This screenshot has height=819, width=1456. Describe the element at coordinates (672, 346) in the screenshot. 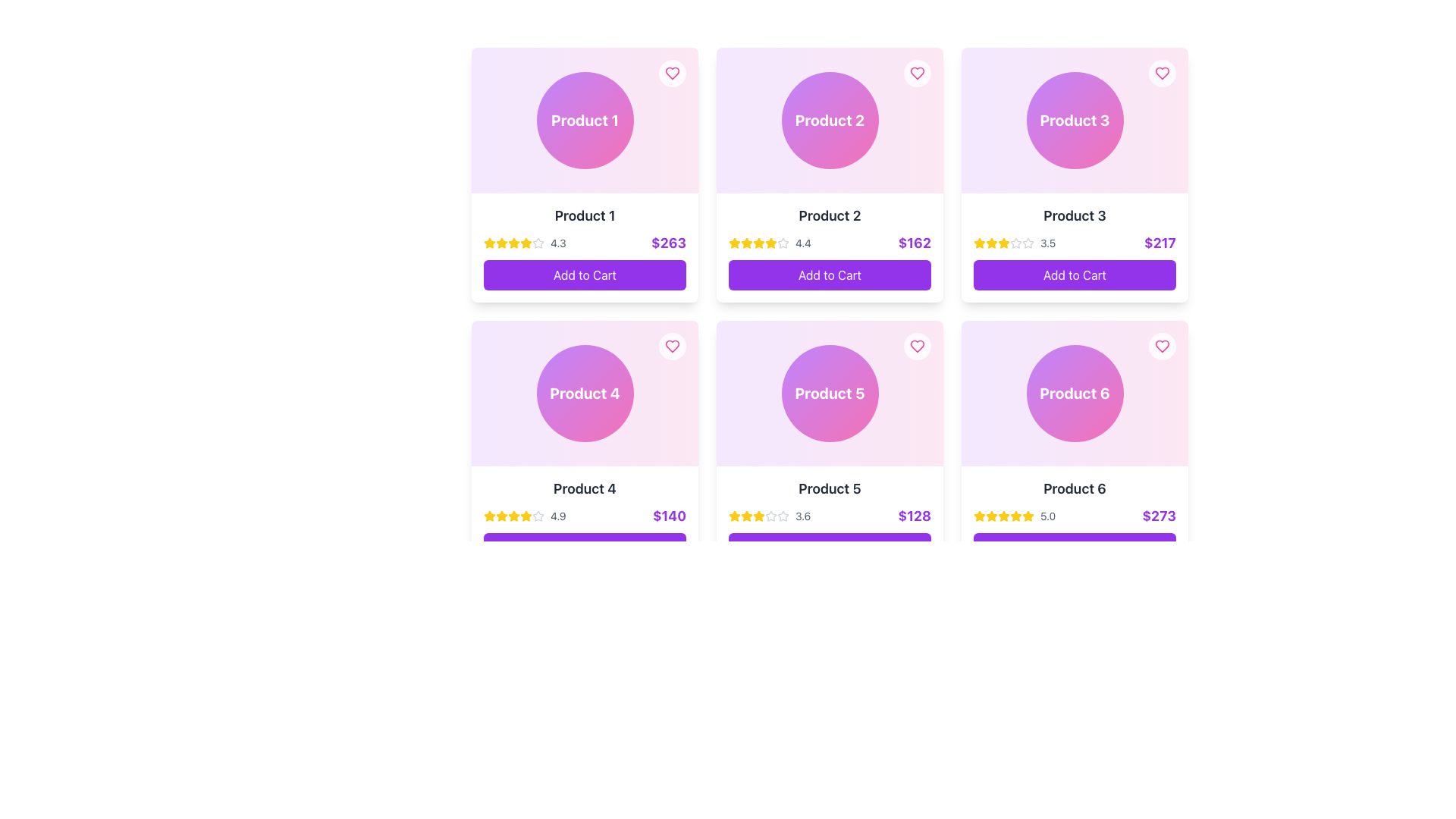

I see `the favorite icon located in the top-right corner of the card labeled 'Product 4'` at that location.